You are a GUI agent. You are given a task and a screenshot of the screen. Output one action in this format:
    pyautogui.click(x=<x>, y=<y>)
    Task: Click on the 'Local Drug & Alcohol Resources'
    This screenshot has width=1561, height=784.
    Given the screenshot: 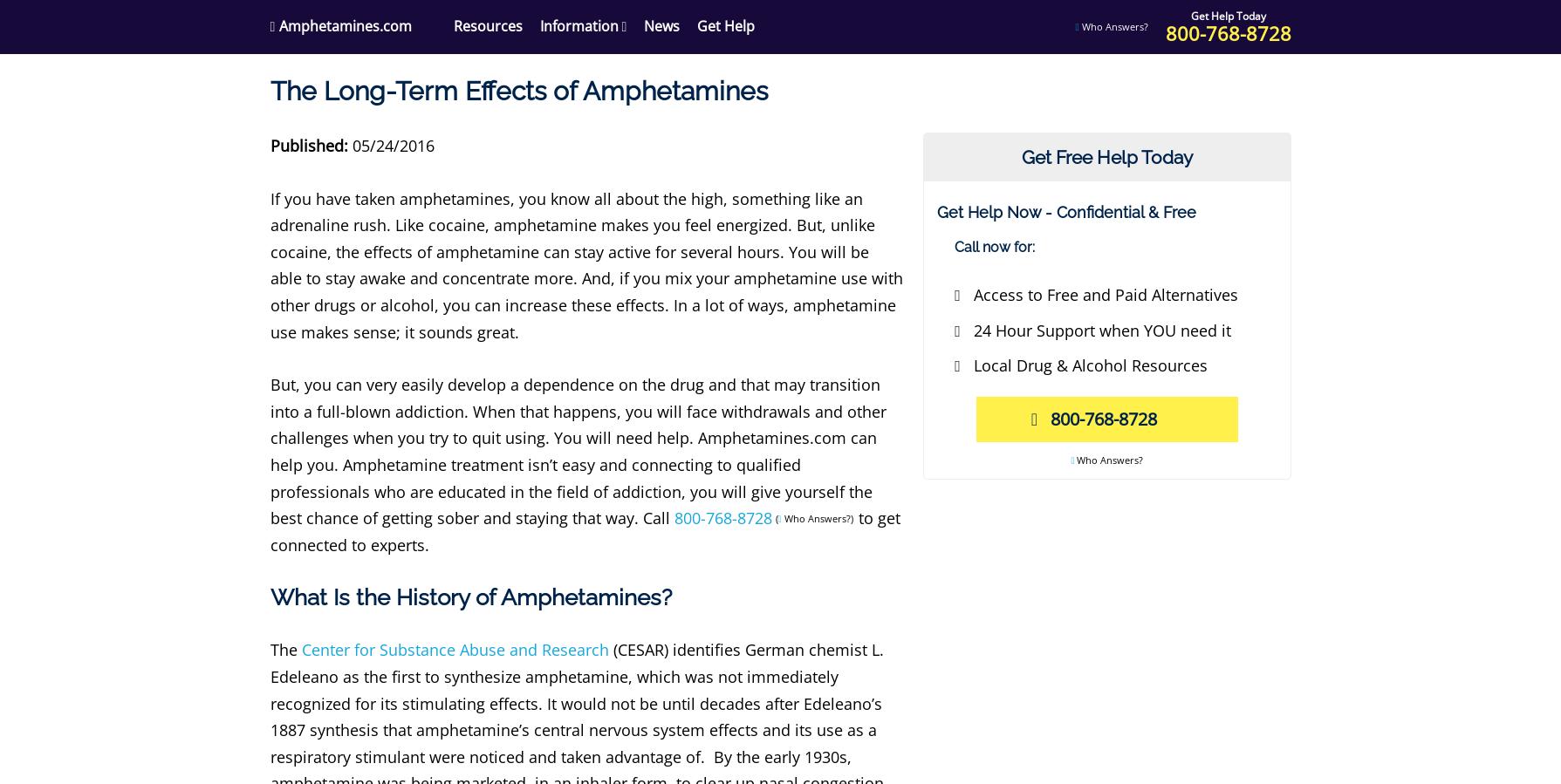 What is the action you would take?
    pyautogui.click(x=1087, y=365)
    